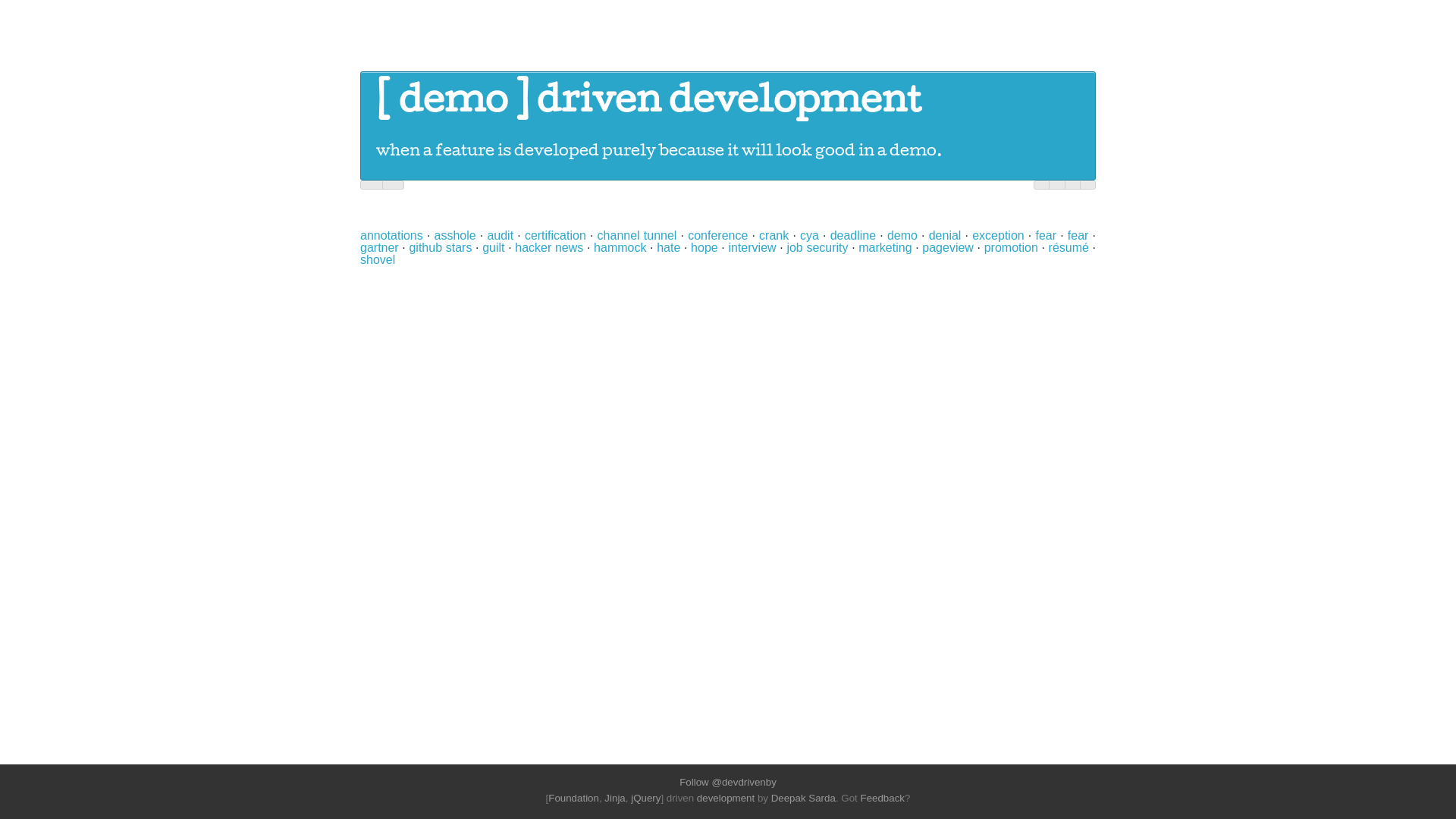 This screenshot has height=819, width=1456. I want to click on 'jQuery', so click(630, 797).